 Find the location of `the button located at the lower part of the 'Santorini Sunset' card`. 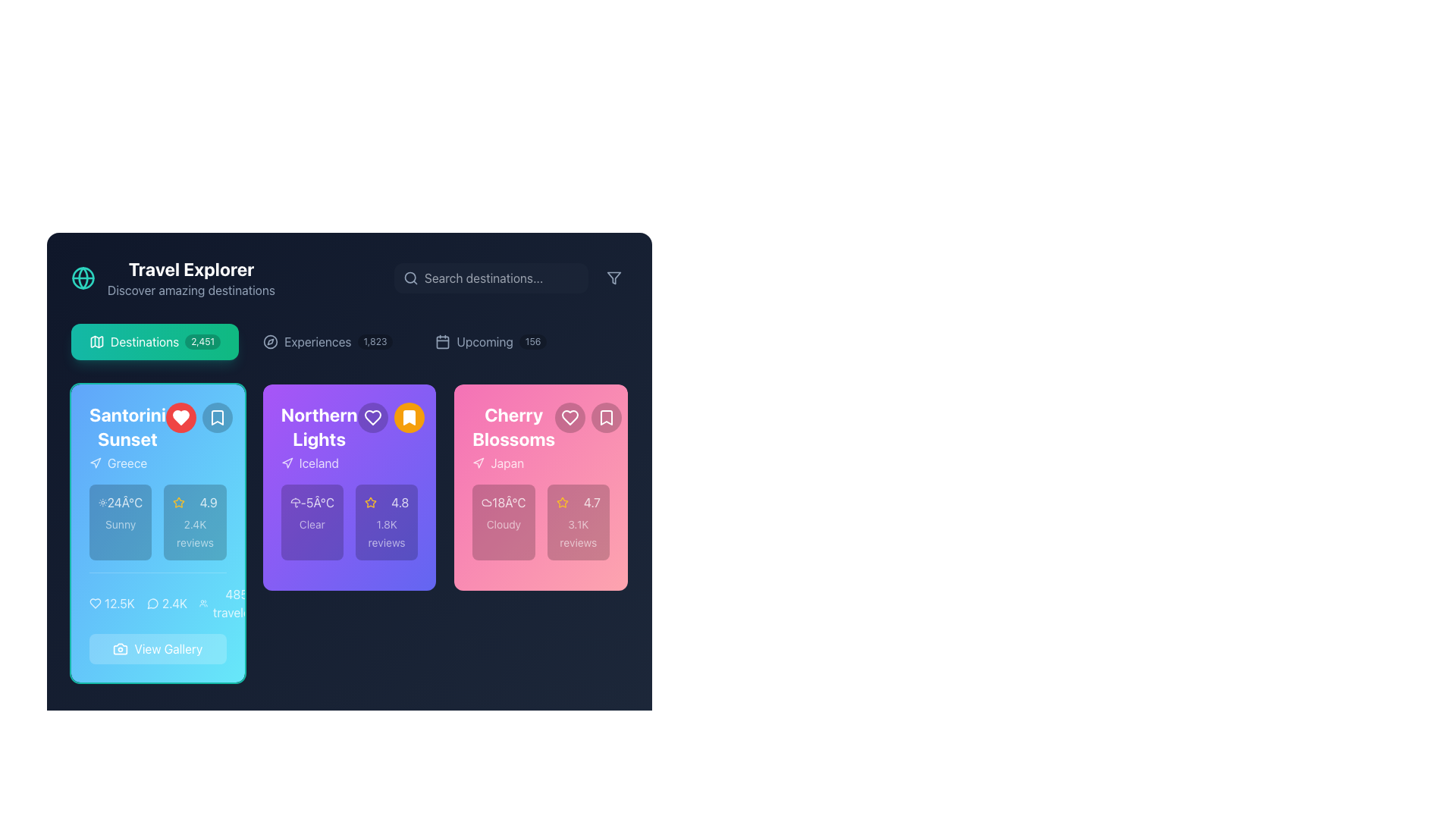

the button located at the lower part of the 'Santorini Sunset' card is located at coordinates (168, 648).